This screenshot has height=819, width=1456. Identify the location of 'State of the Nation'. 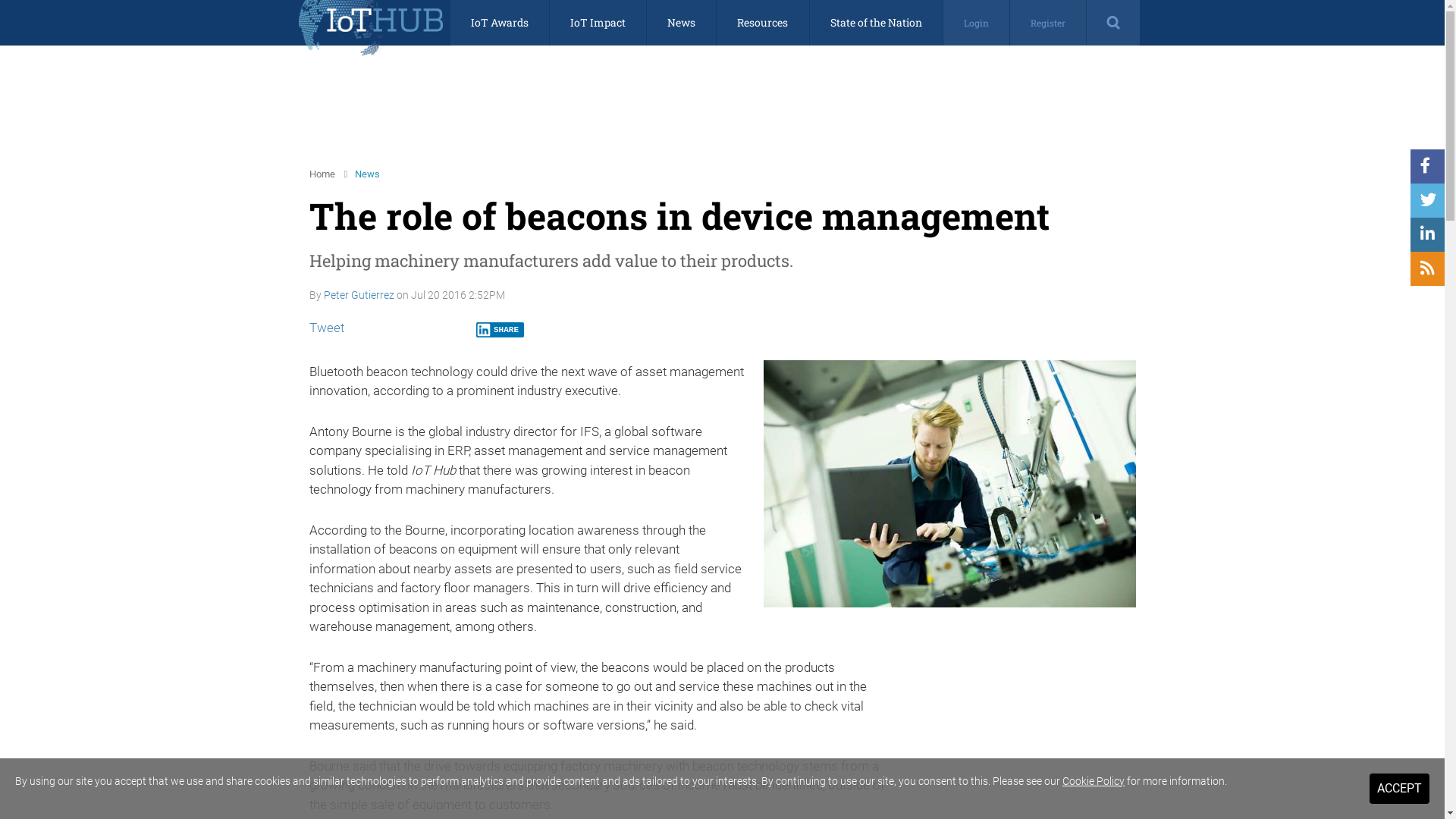
(876, 23).